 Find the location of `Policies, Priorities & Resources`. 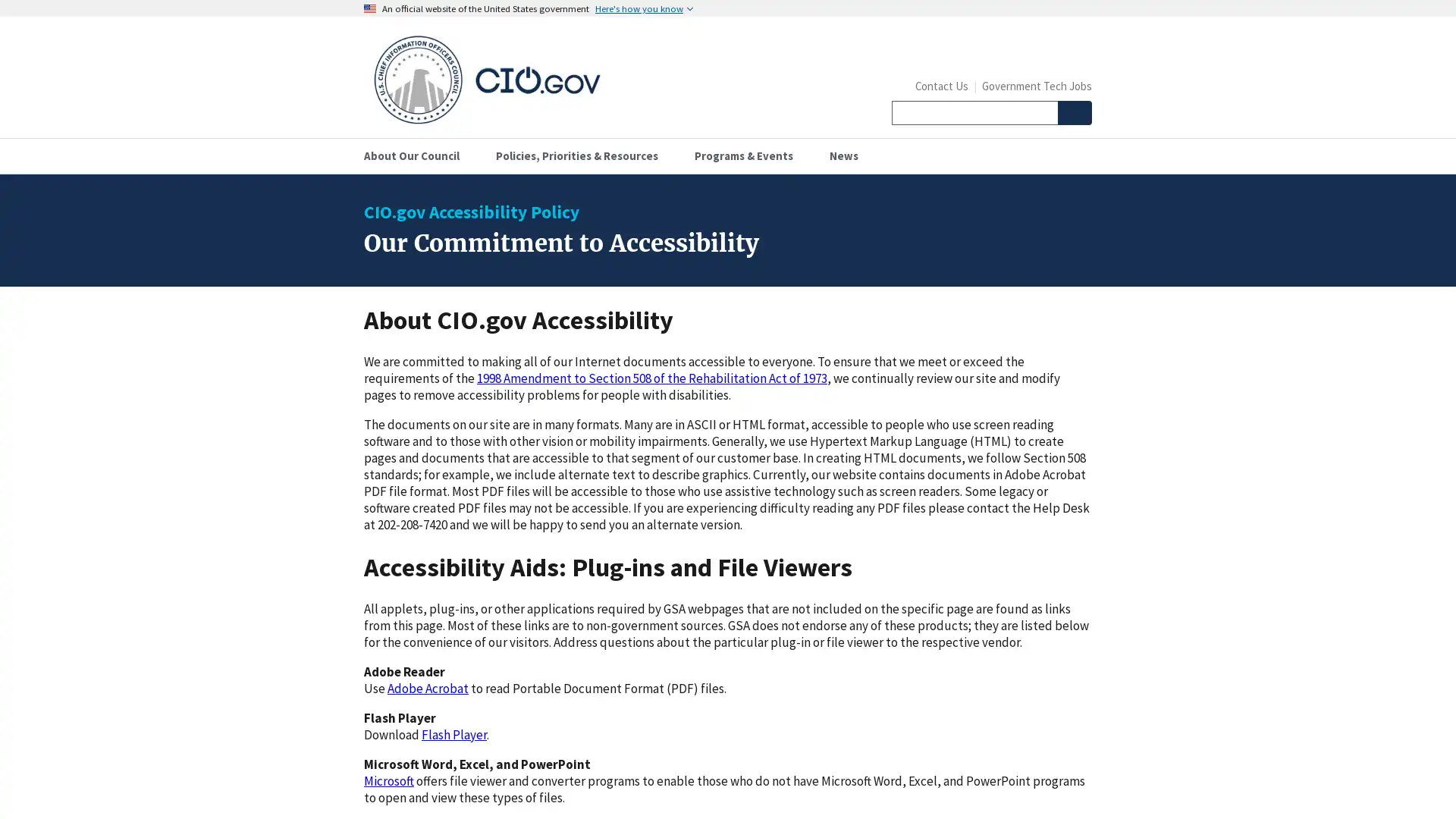

Policies, Priorities & Resources is located at coordinates (582, 155).